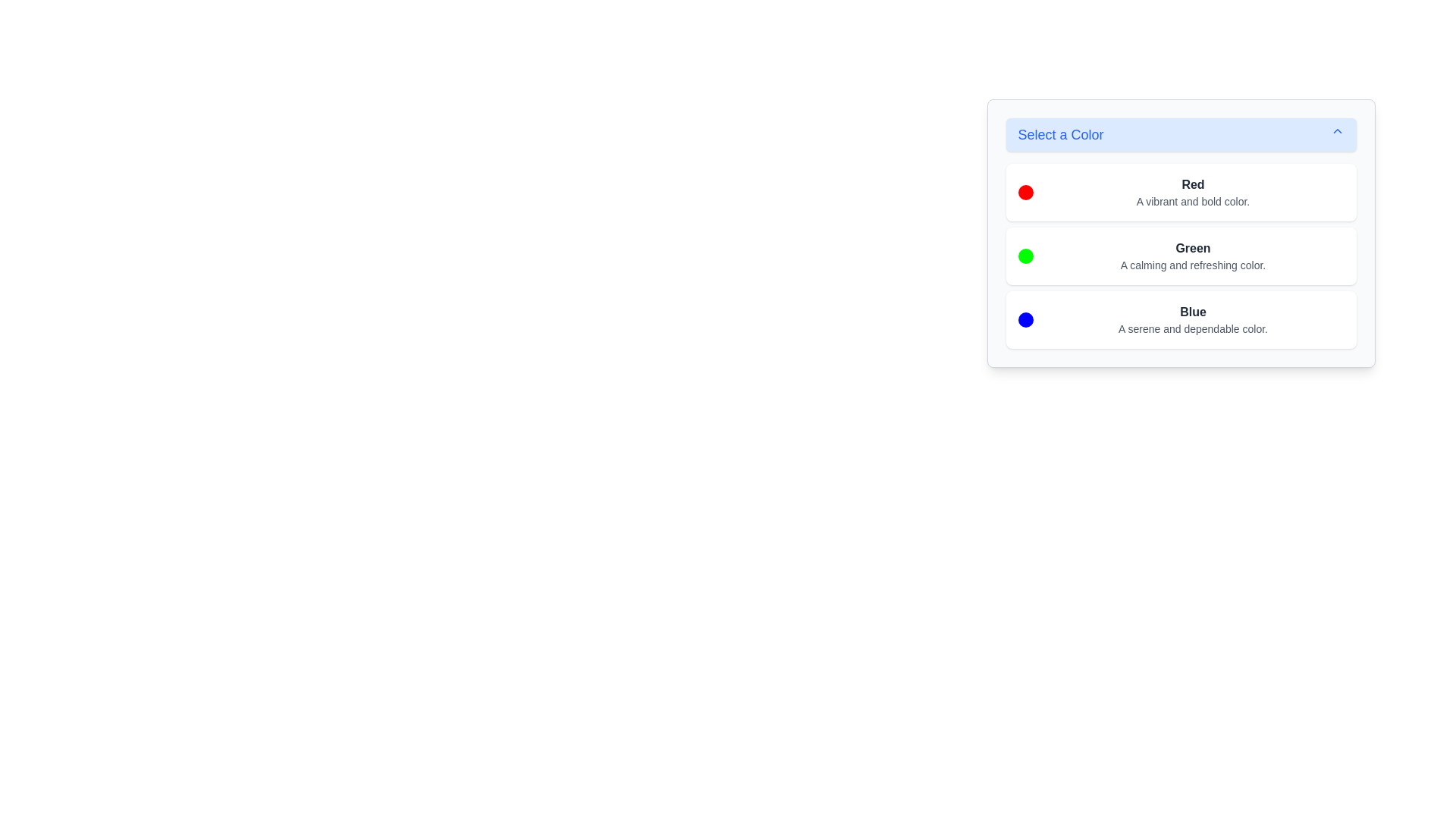 This screenshot has height=819, width=1456. Describe the element at coordinates (1192, 256) in the screenshot. I see `the text block titled 'Green' which contains the description 'A calming and refreshing color.' located in the second card of the color selection options` at that location.